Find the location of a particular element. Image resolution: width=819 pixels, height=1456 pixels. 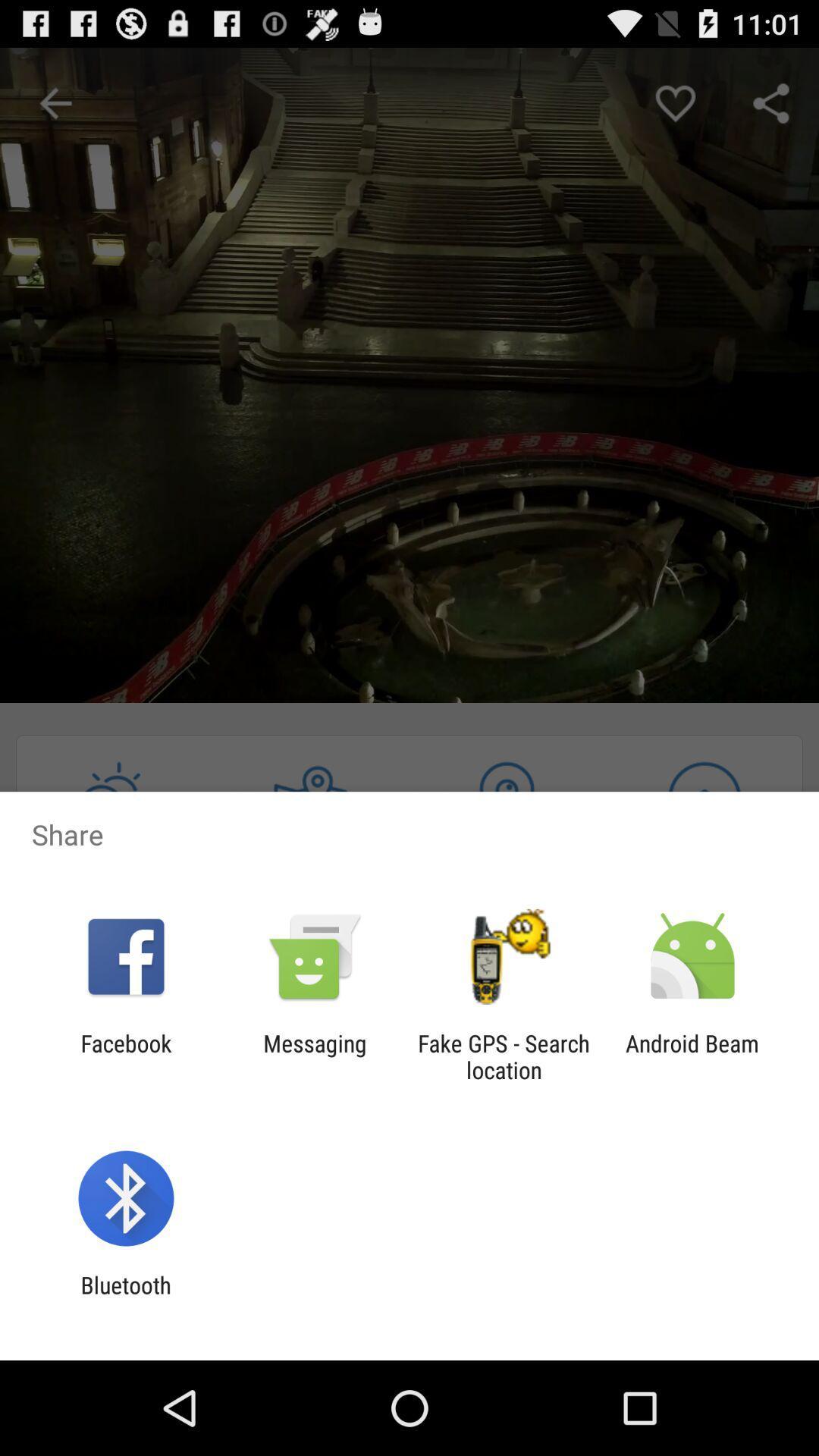

item to the left of android beam is located at coordinates (504, 1056).